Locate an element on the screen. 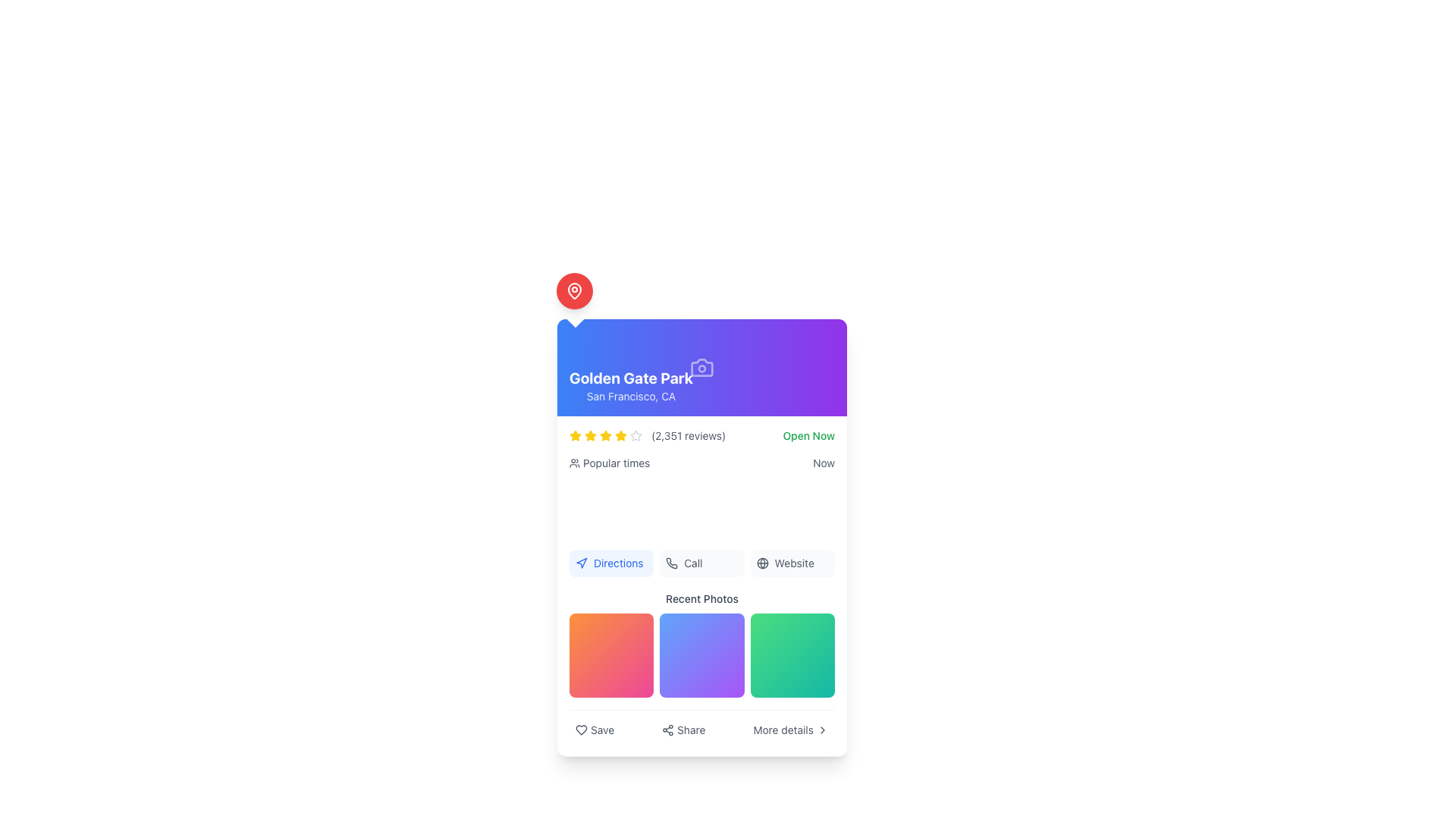  the 'Share' button, which features a share icon and is positioned centrally below 'Recent Photos' is located at coordinates (682, 730).